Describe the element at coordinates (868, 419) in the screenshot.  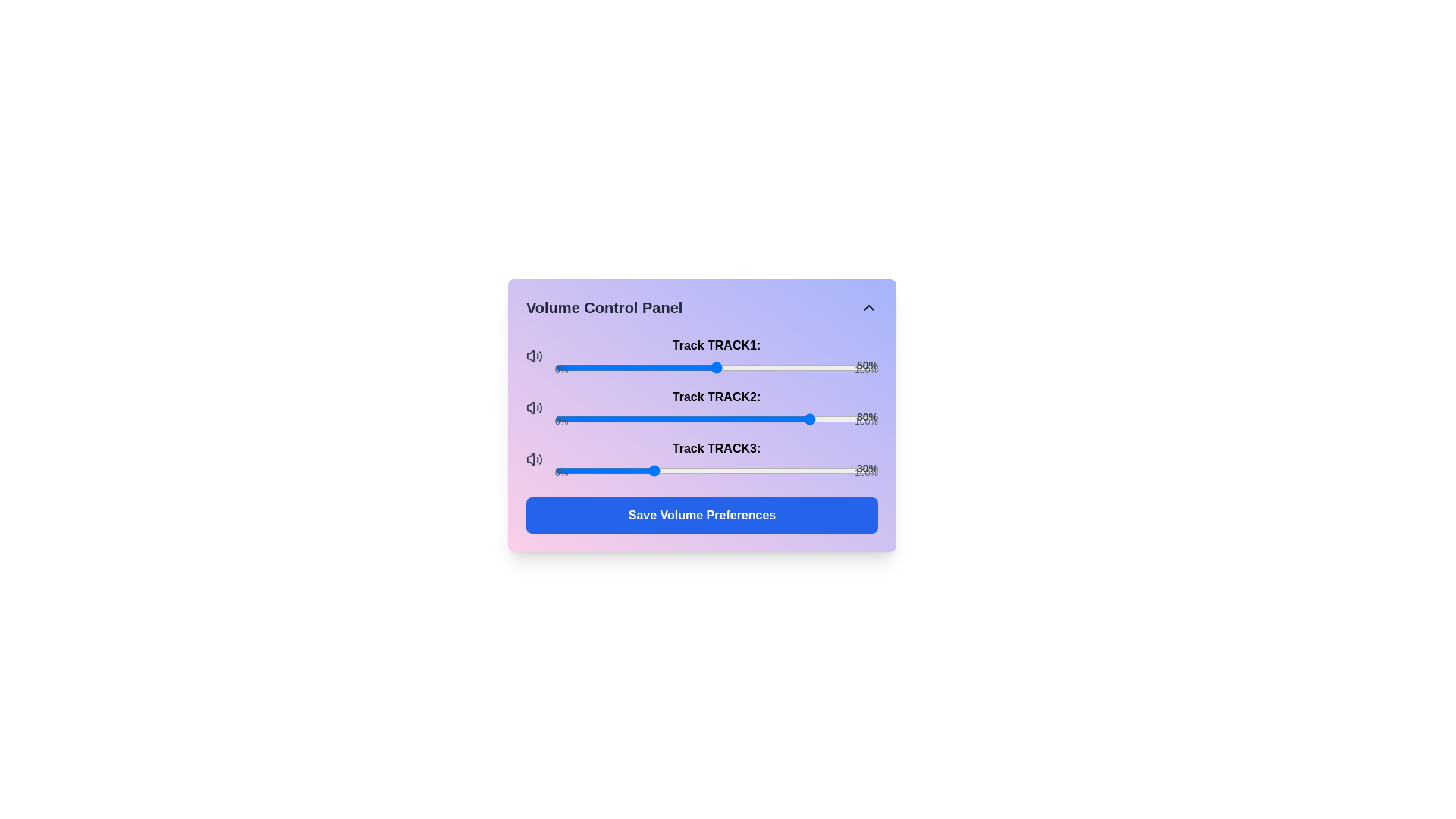
I see `the volume for Track TRACK2` at that location.